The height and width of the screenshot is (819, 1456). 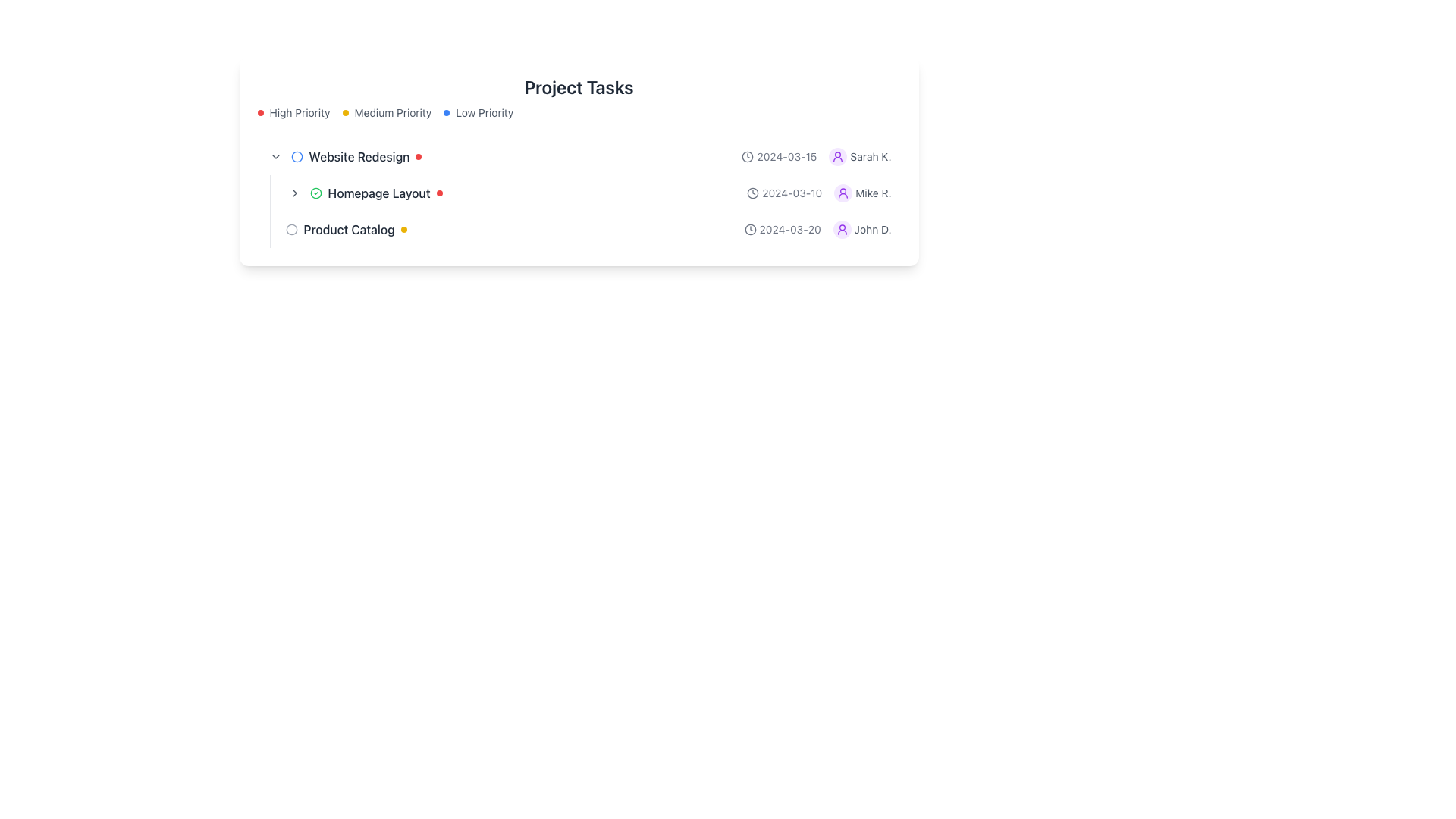 I want to click on text label indicating the name of the individual responsible for the 'Homepage Layout' task, positioned to the right of the purple avatar icon in the task list, so click(x=874, y=192).